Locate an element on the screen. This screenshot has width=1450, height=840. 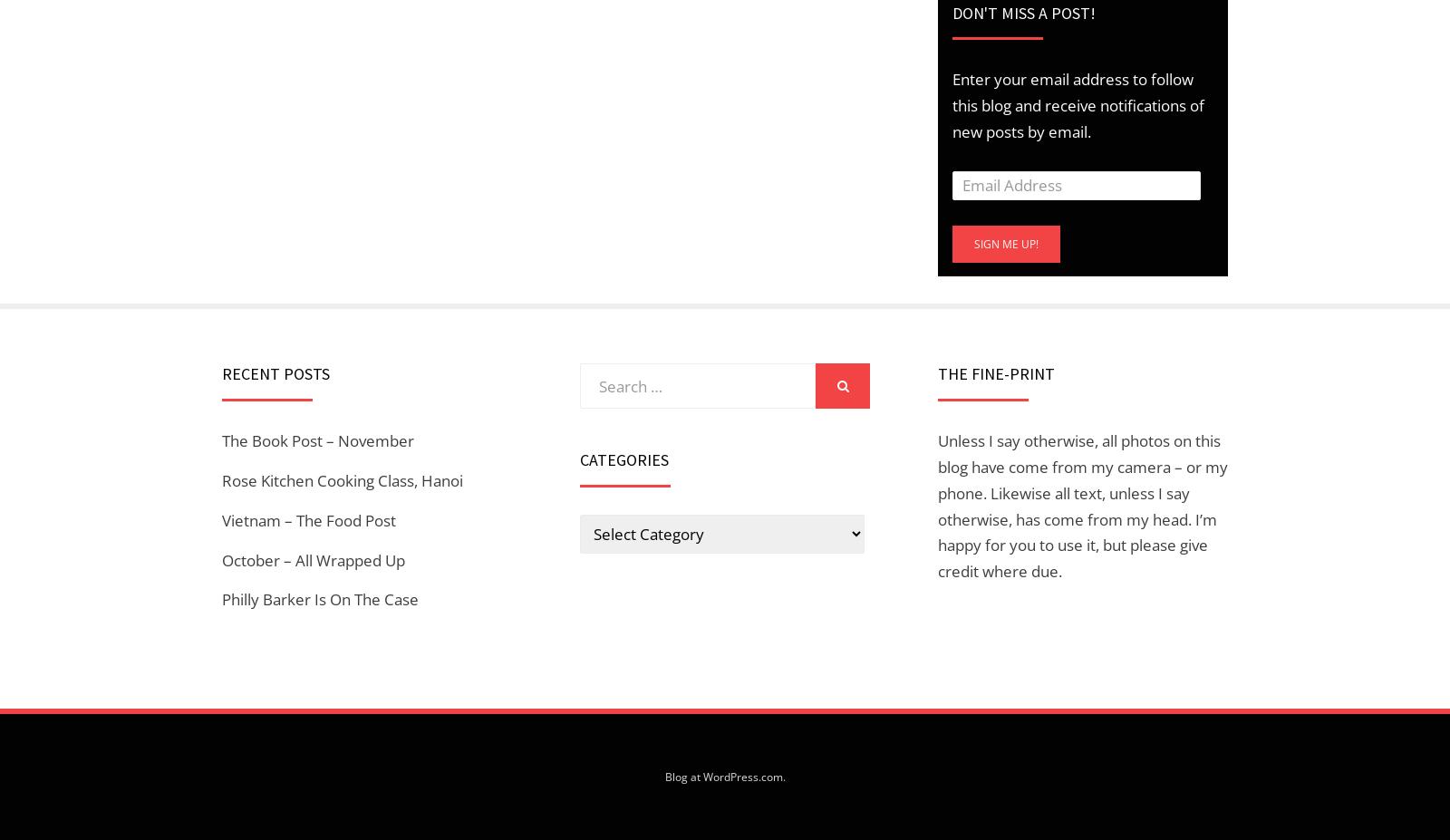
'Blog at WordPress.com.' is located at coordinates (724, 777).